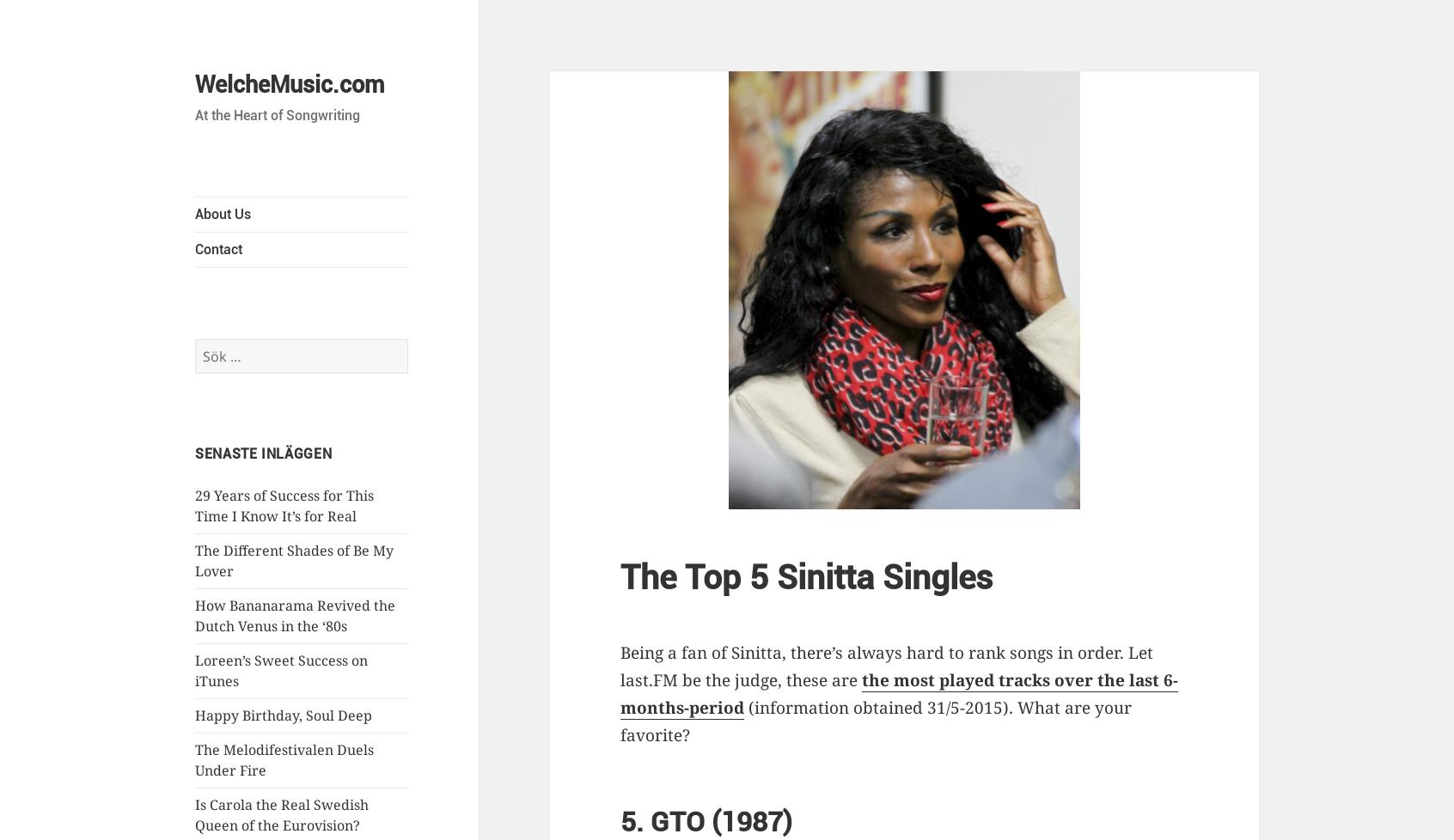 This screenshot has width=1454, height=840. Describe the element at coordinates (283, 505) in the screenshot. I see `'29 Years of Success for This Time I Know It’s for Real'` at that location.